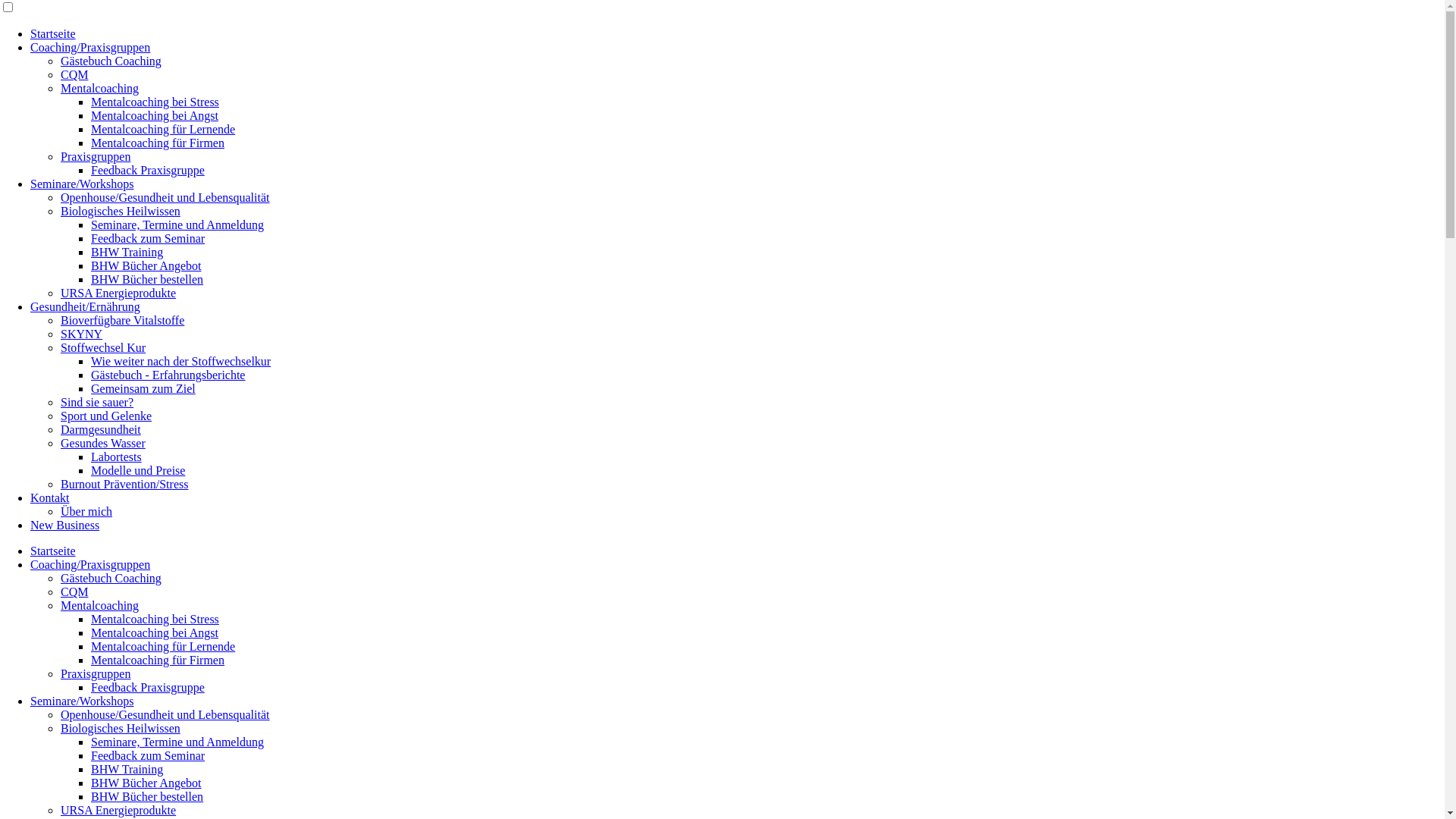 This screenshot has height=819, width=1456. What do you see at coordinates (61, 429) in the screenshot?
I see `'Darmgesundheit'` at bounding box center [61, 429].